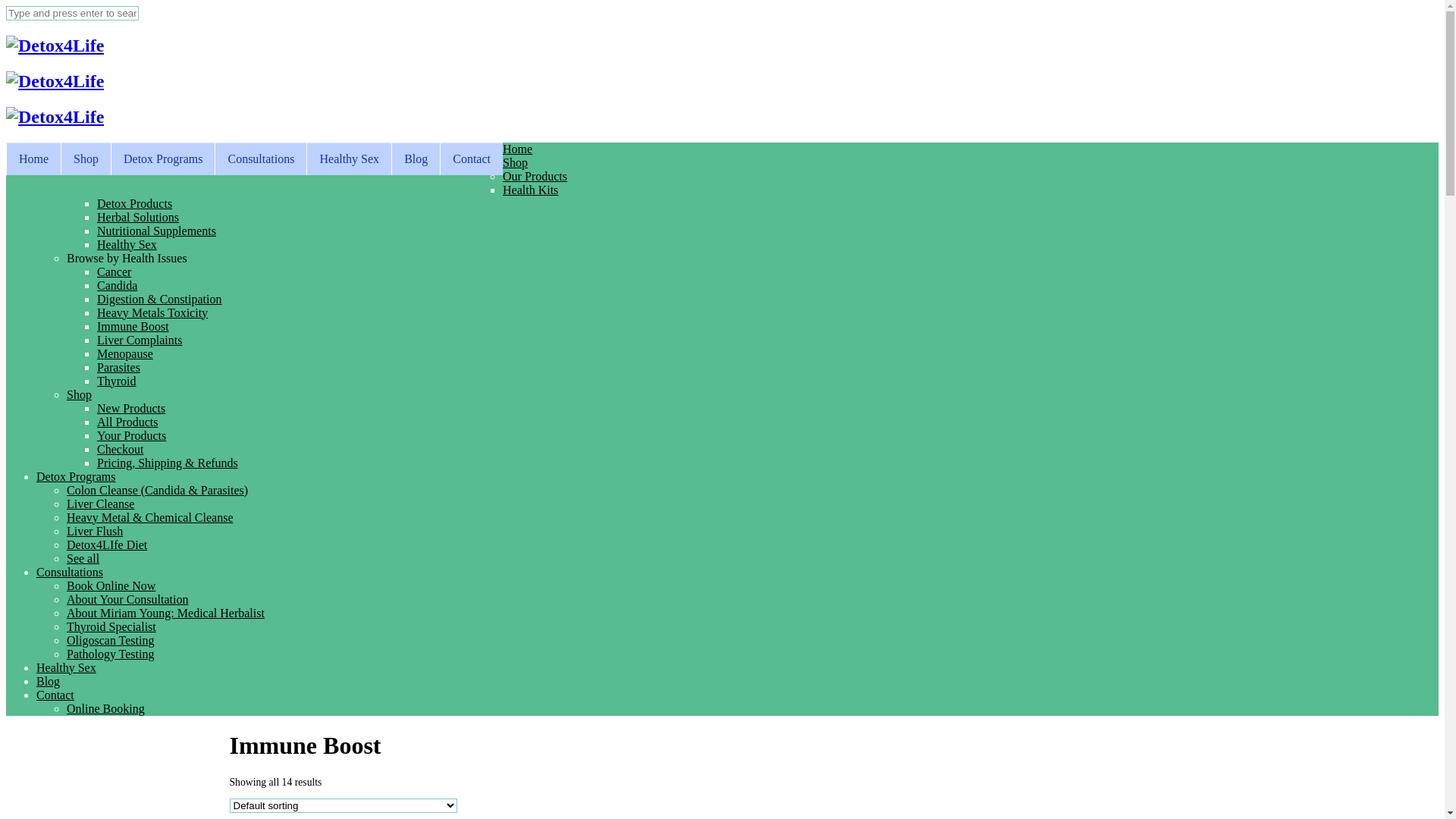  What do you see at coordinates (530, 189) in the screenshot?
I see `'Health Kits'` at bounding box center [530, 189].